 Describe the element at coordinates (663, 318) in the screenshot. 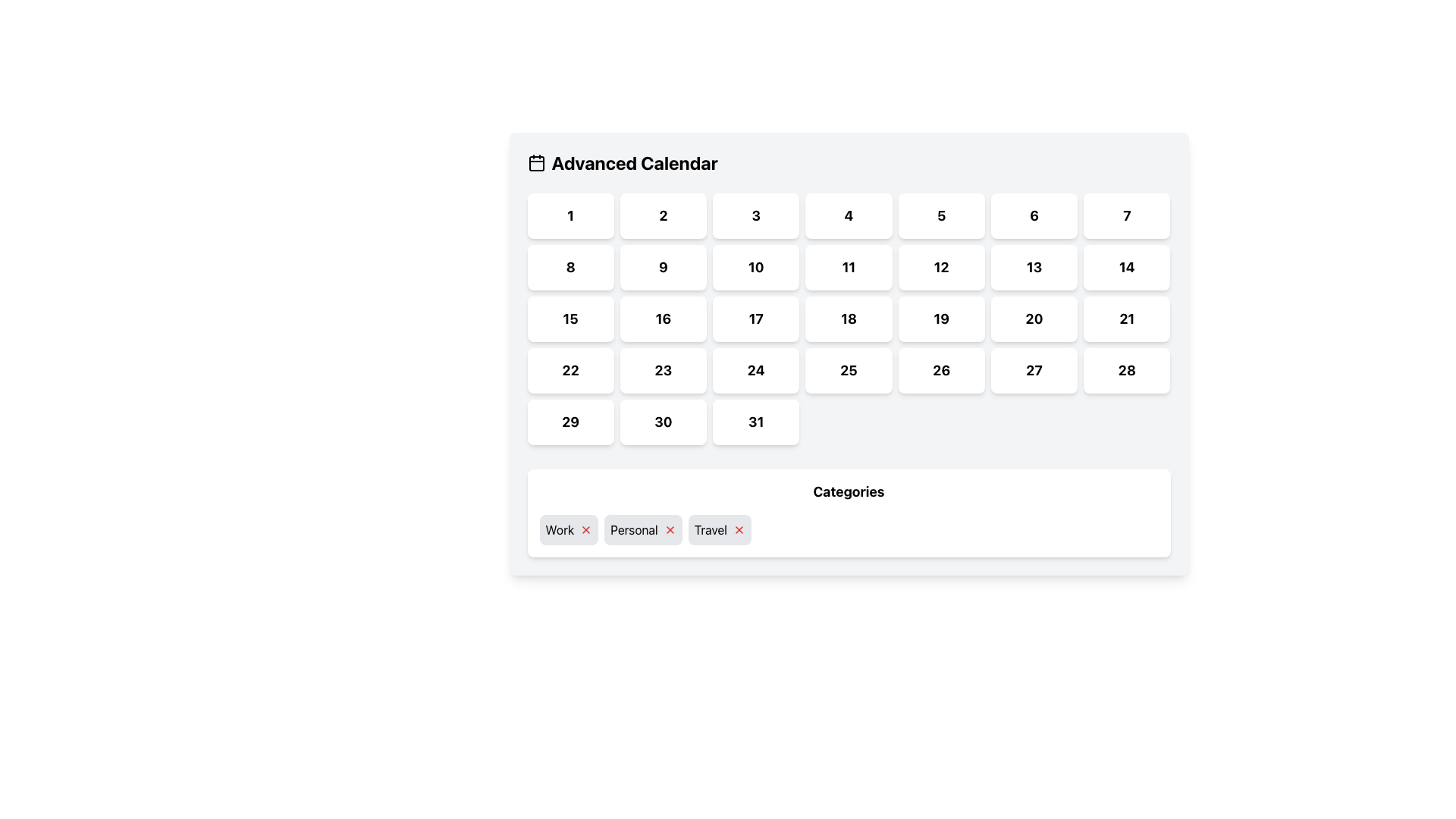

I see `the rectangular button with rounded corners displaying the number '16' in bold black text, located in the fourth row and second column of the calendar grid` at that location.